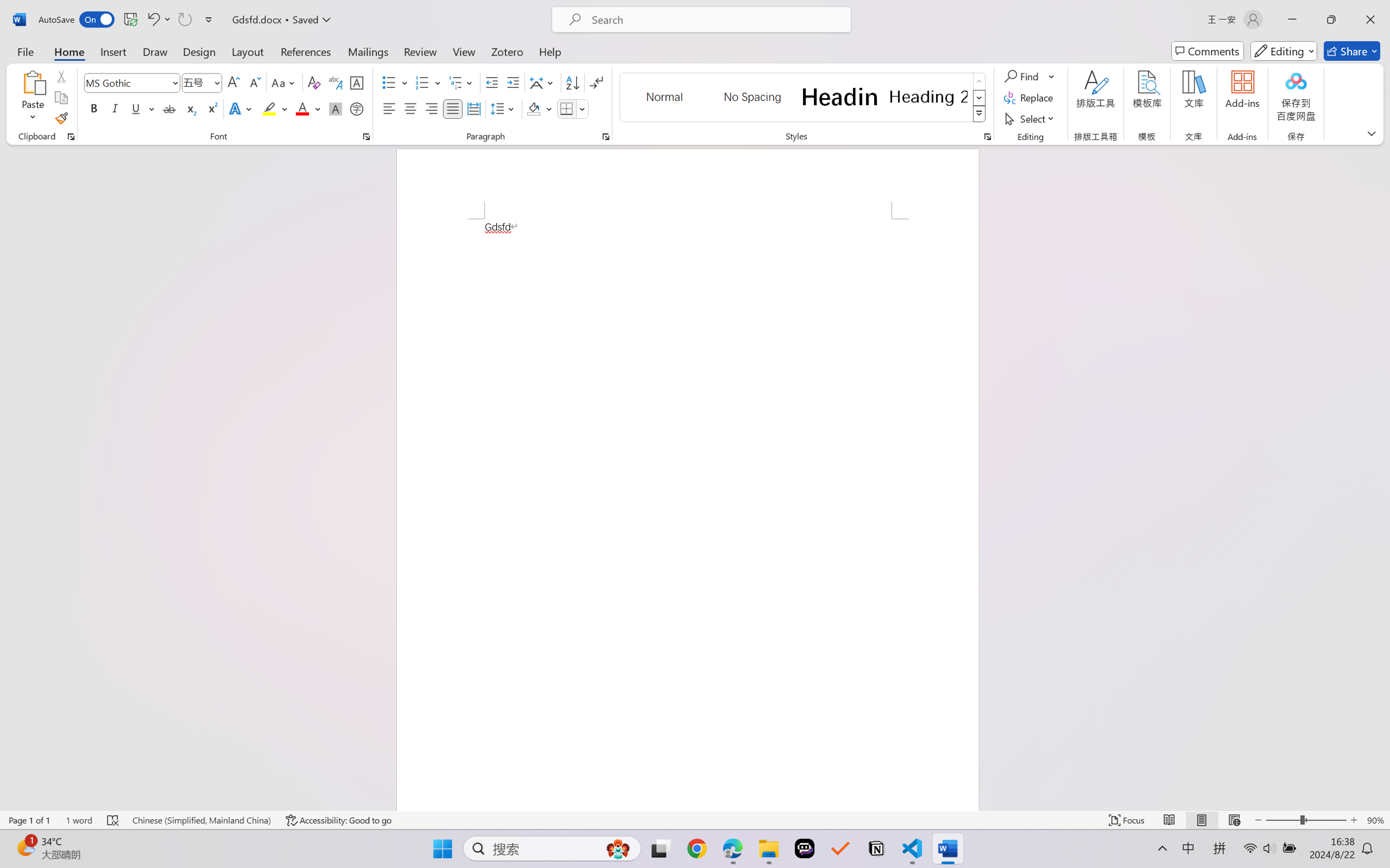  Describe the element at coordinates (157, 19) in the screenshot. I see `'Undo Font Formatting'` at that location.